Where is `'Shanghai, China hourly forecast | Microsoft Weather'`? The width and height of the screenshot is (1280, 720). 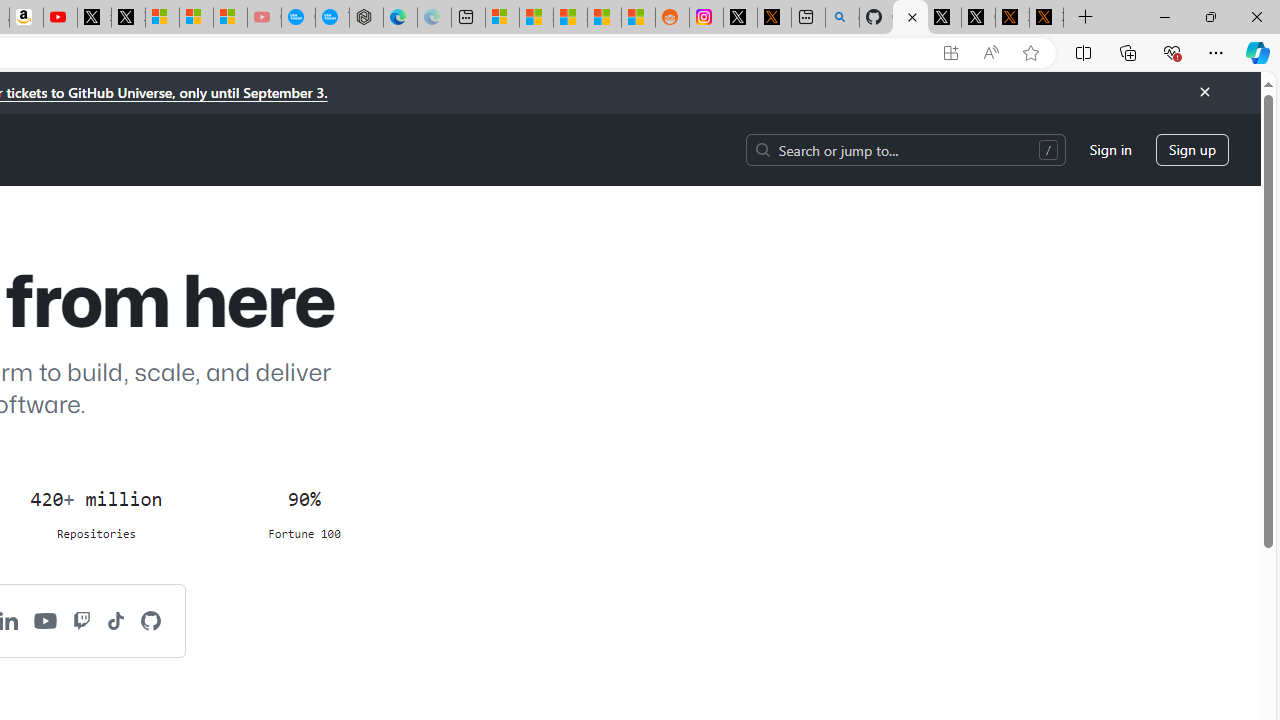
'Shanghai, China hourly forecast | Microsoft Weather' is located at coordinates (569, 17).